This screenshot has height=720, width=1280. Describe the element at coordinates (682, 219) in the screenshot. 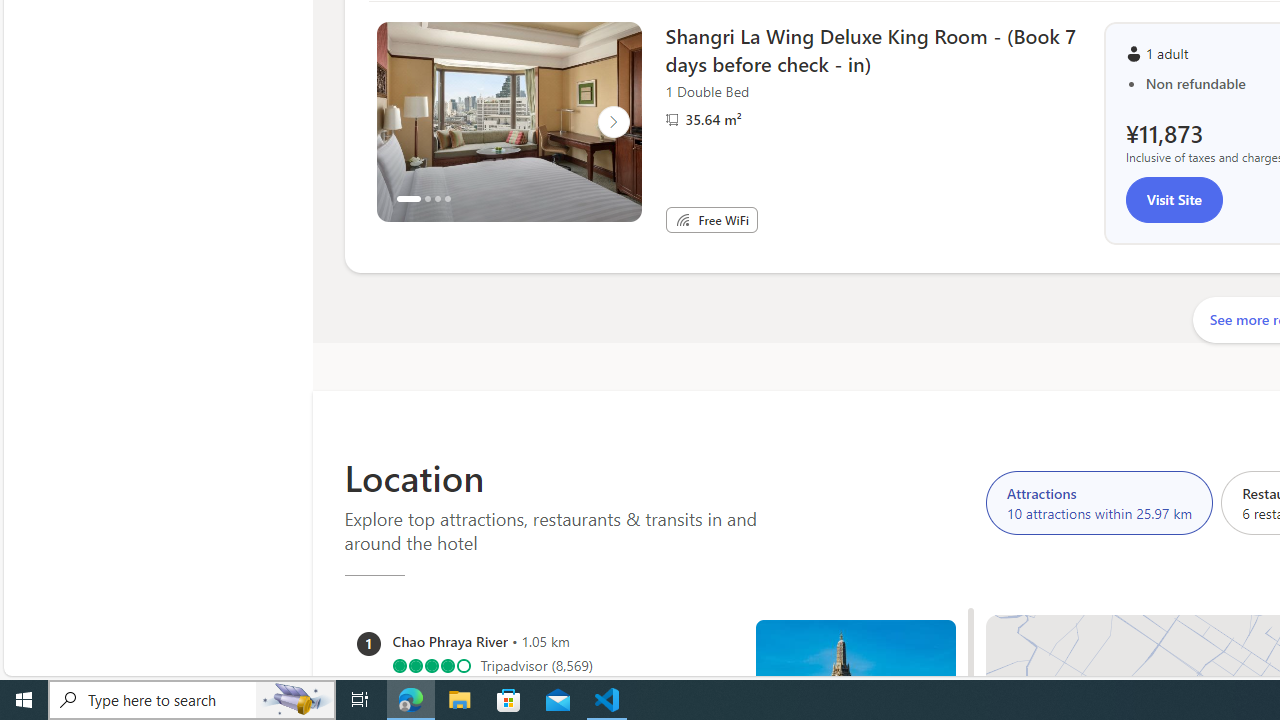

I see `'Free WiFi'` at that location.